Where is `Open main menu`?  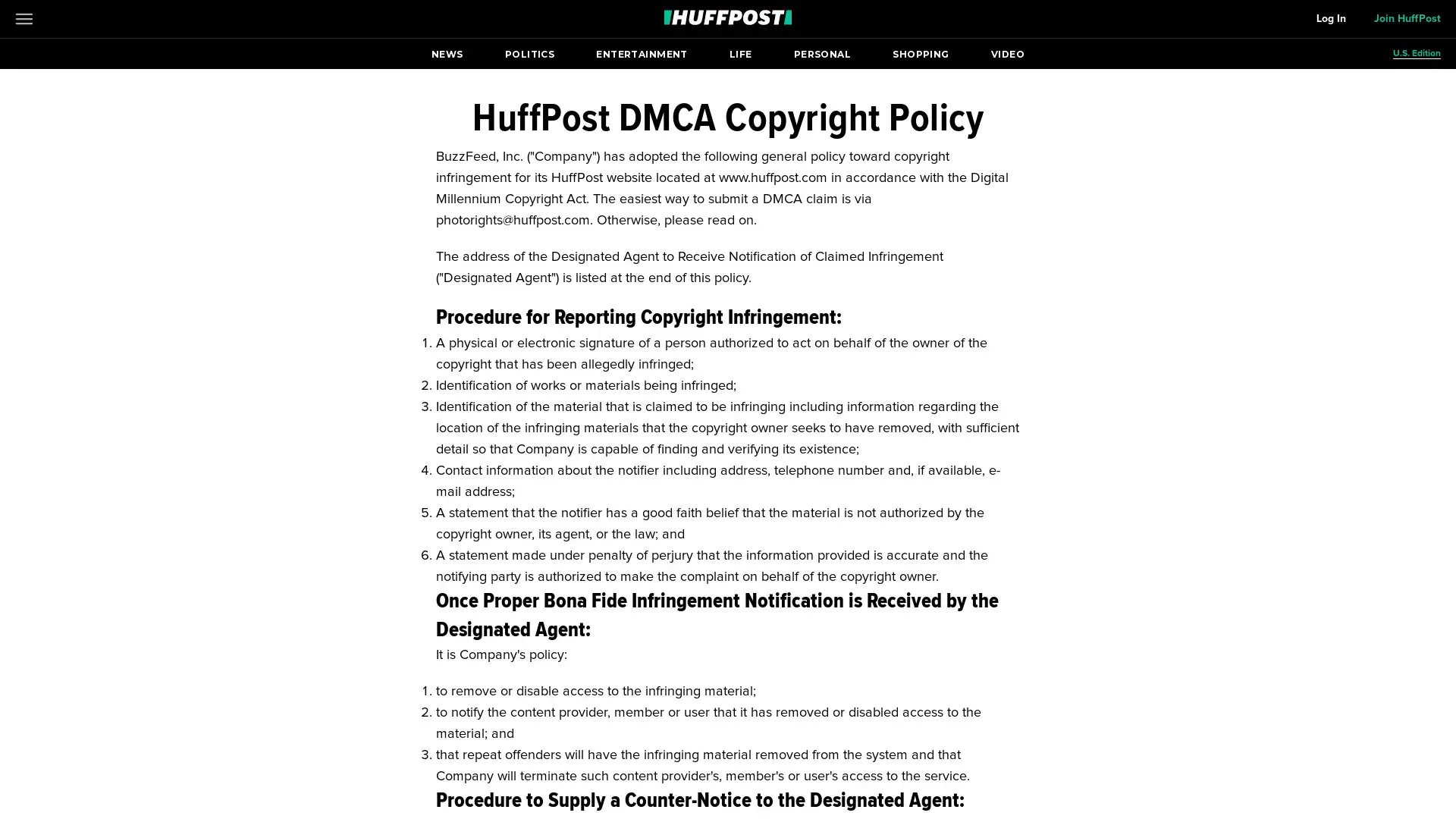
Open main menu is located at coordinates (24, 18).